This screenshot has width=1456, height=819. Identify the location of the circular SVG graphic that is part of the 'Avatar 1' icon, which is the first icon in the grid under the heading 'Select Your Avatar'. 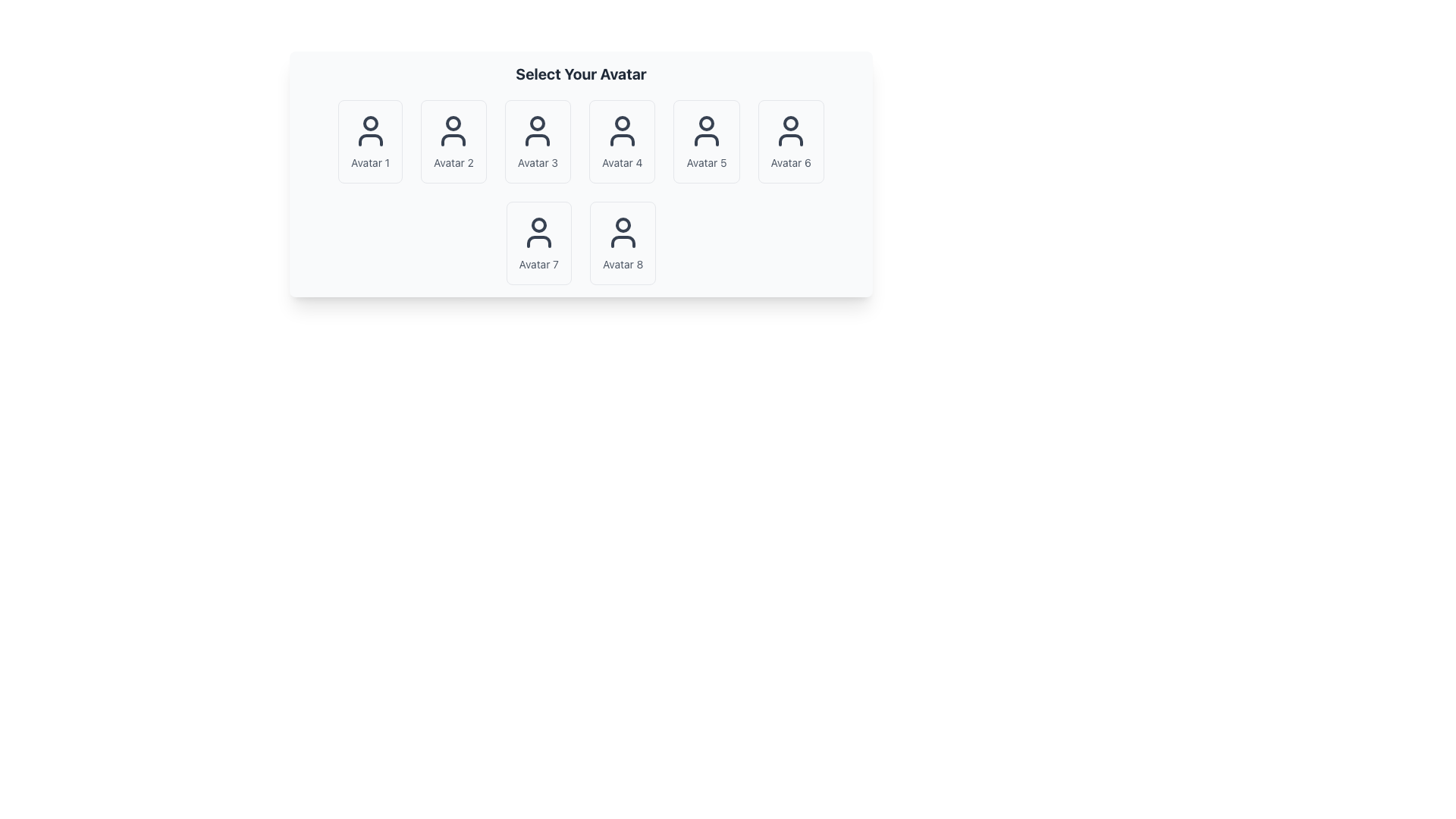
(370, 122).